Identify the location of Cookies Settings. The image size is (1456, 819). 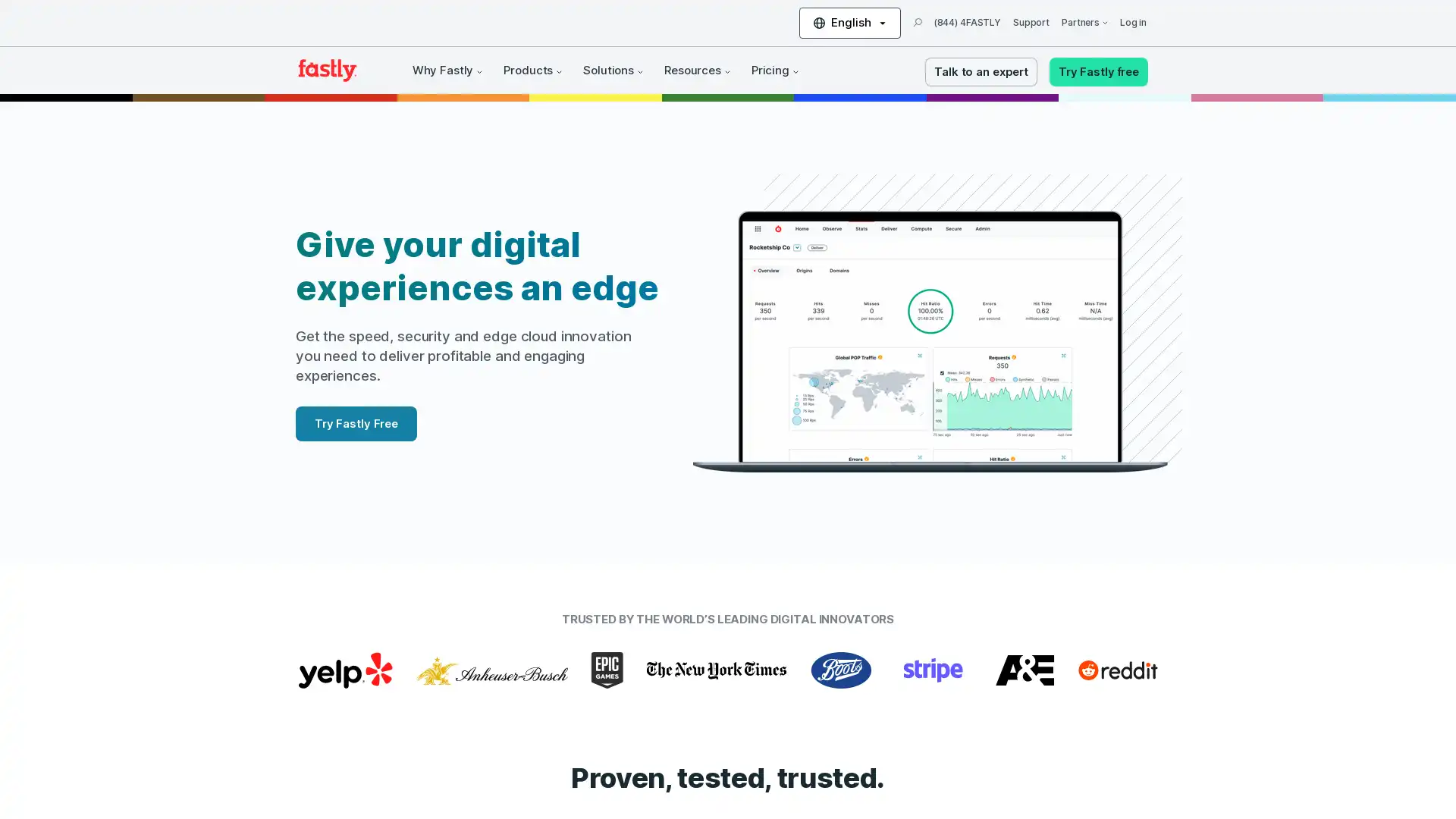
(154, 761).